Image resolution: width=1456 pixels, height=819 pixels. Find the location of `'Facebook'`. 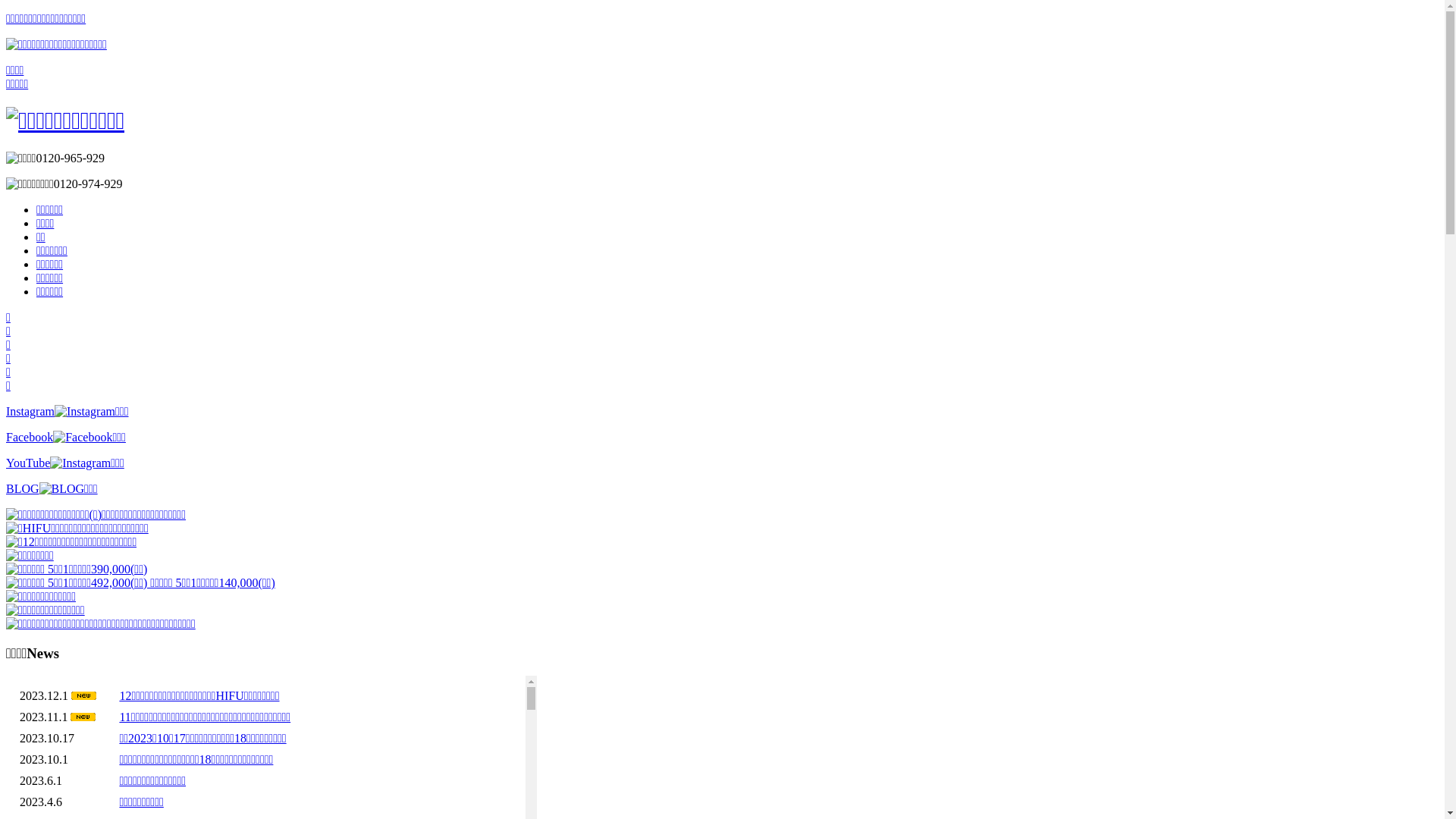

'Facebook' is located at coordinates (64, 437).